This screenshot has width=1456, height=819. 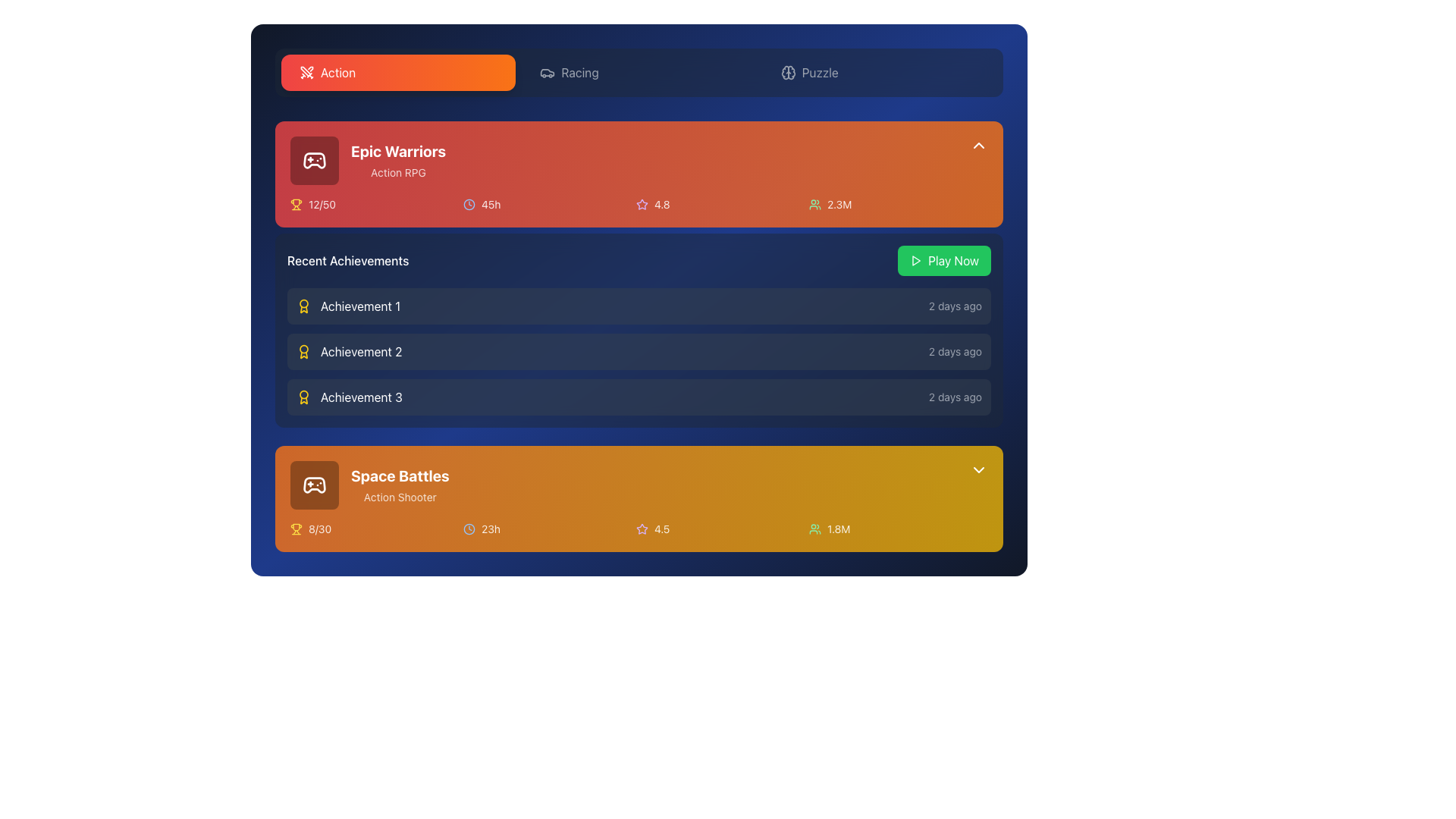 I want to click on the user-related statistics displayed in the top-right corner of the game information panel, specifically the text showing '2.3M' users engaged, so click(x=889, y=205).